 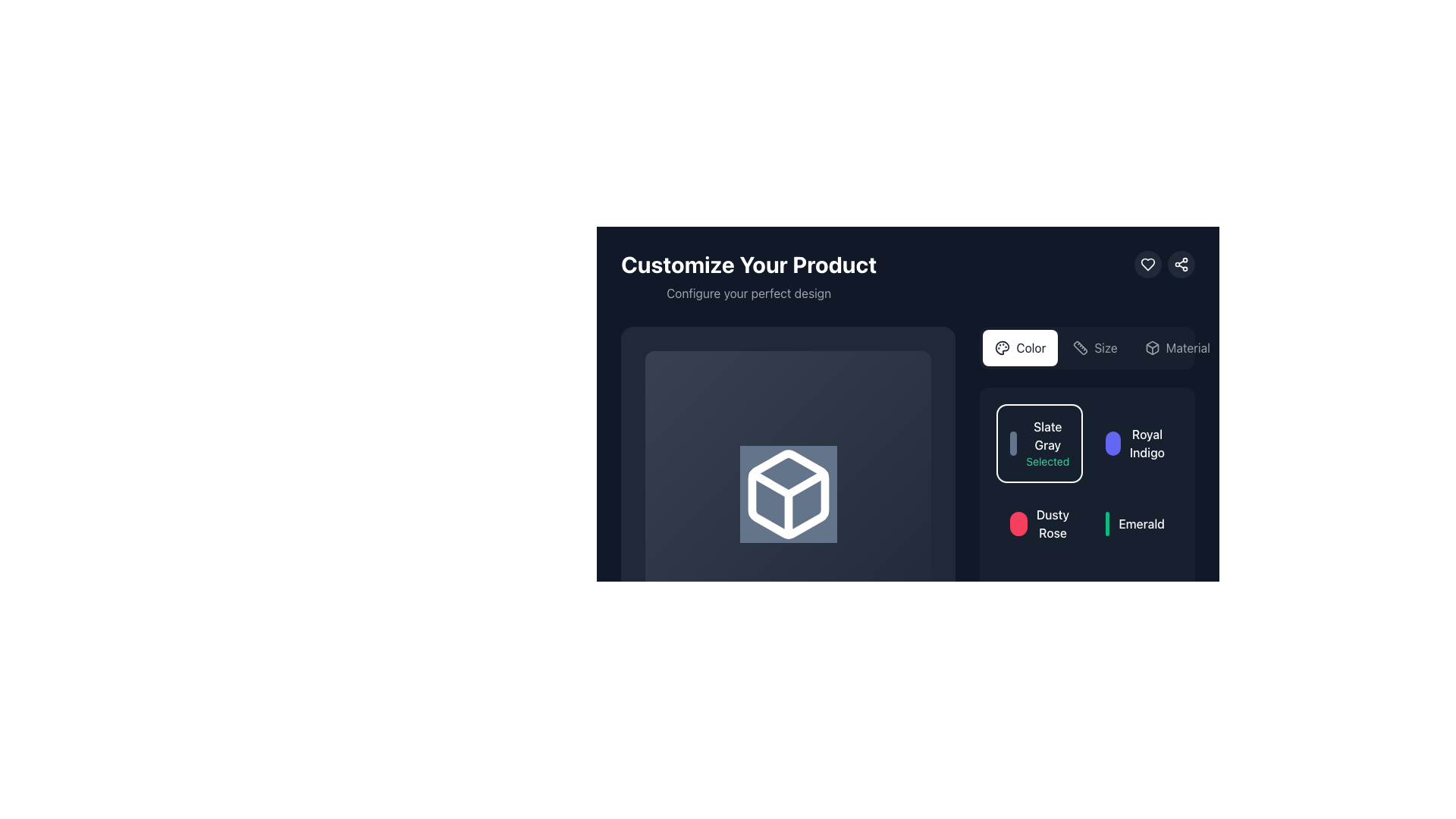 What do you see at coordinates (1087, 348) in the screenshot?
I see `the 'Size' button on the Tab selector` at bounding box center [1087, 348].